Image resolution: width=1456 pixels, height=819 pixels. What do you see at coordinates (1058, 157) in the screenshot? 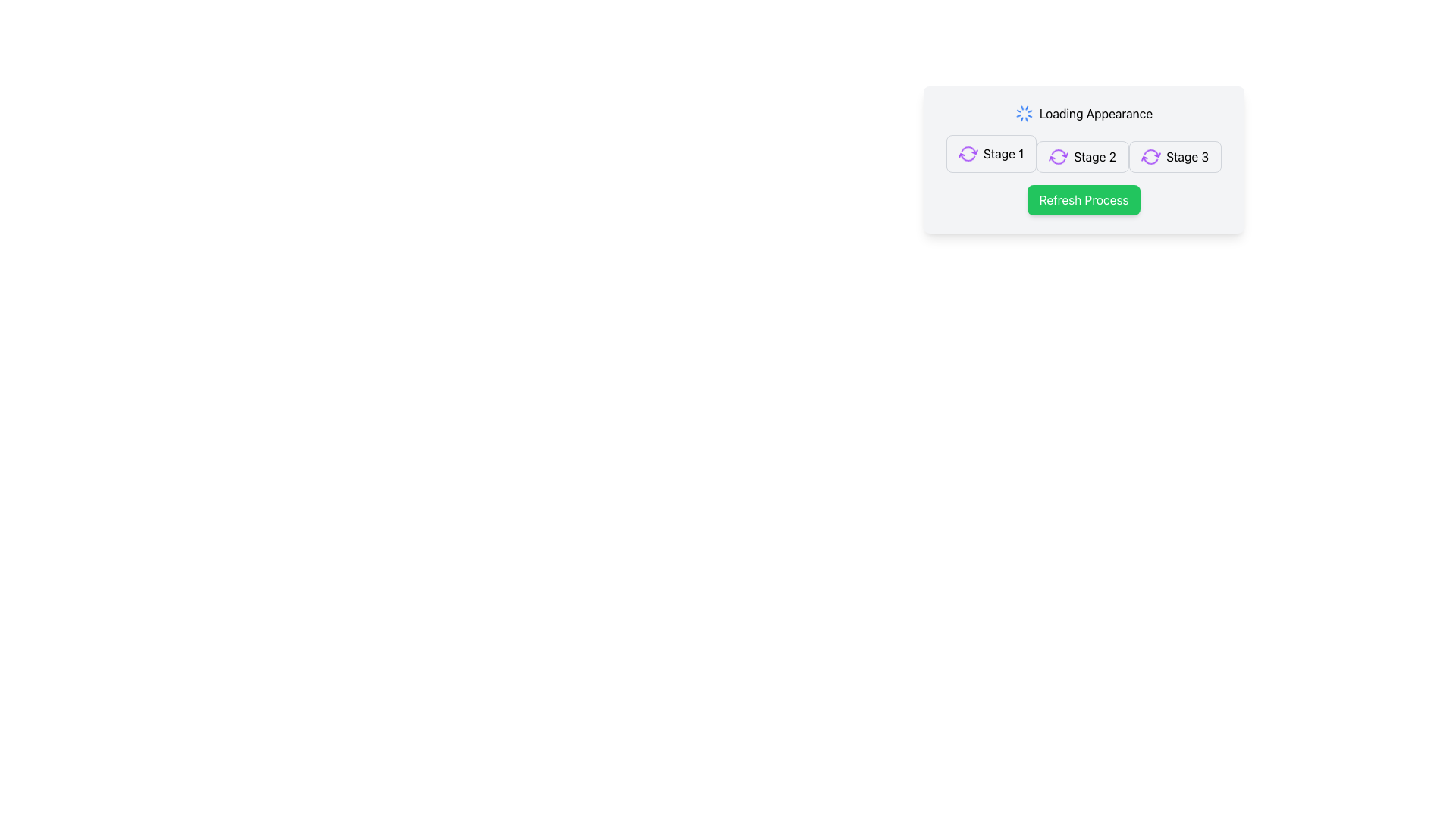
I see `the loading icon indicating the refreshing state for the 'Stage 2' process, located at the center of the 'Stage 2' section of the user interface` at bounding box center [1058, 157].